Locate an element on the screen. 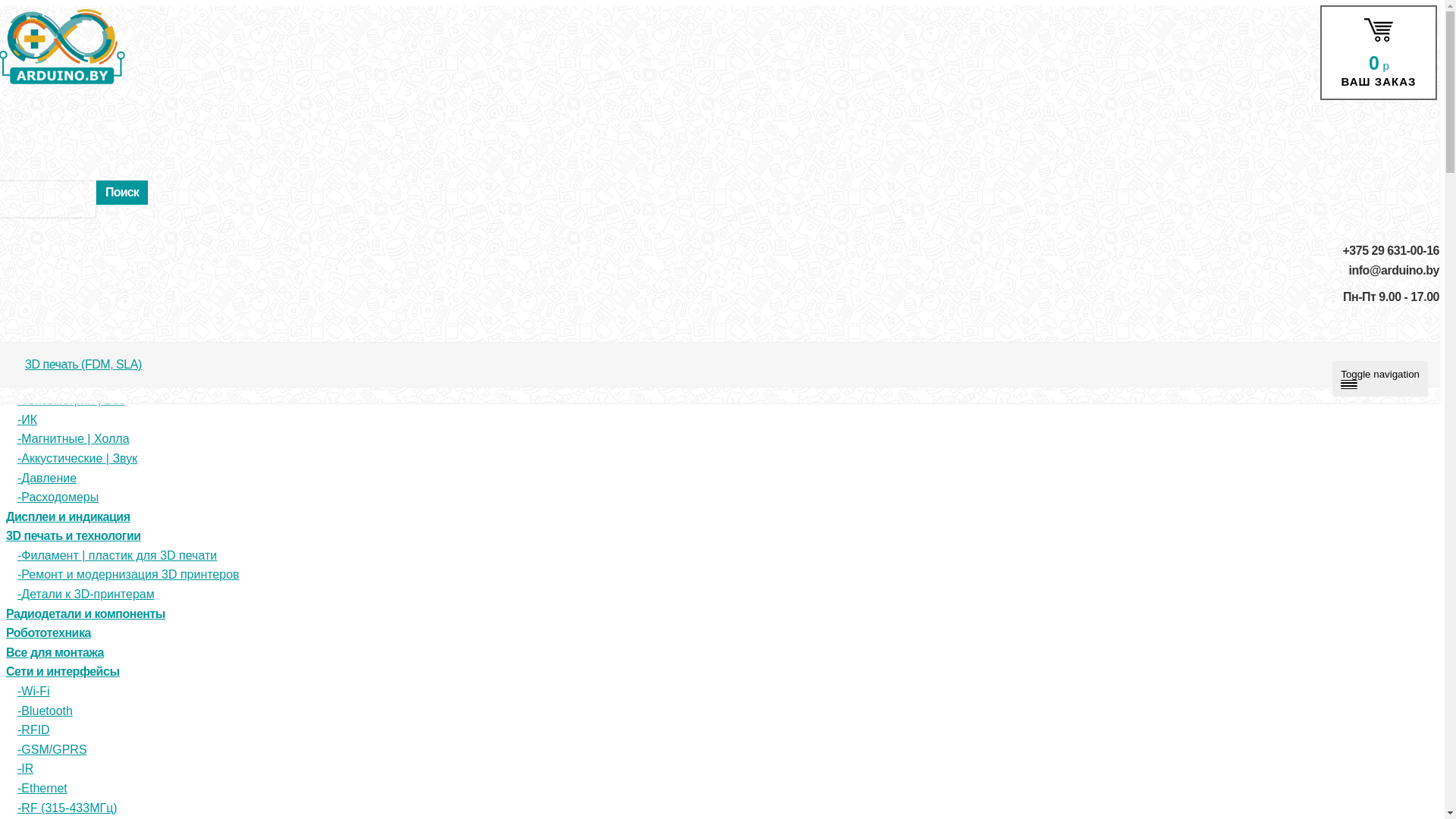 The height and width of the screenshot is (819, 1456). 'Toggle navigation' is located at coordinates (1379, 378).